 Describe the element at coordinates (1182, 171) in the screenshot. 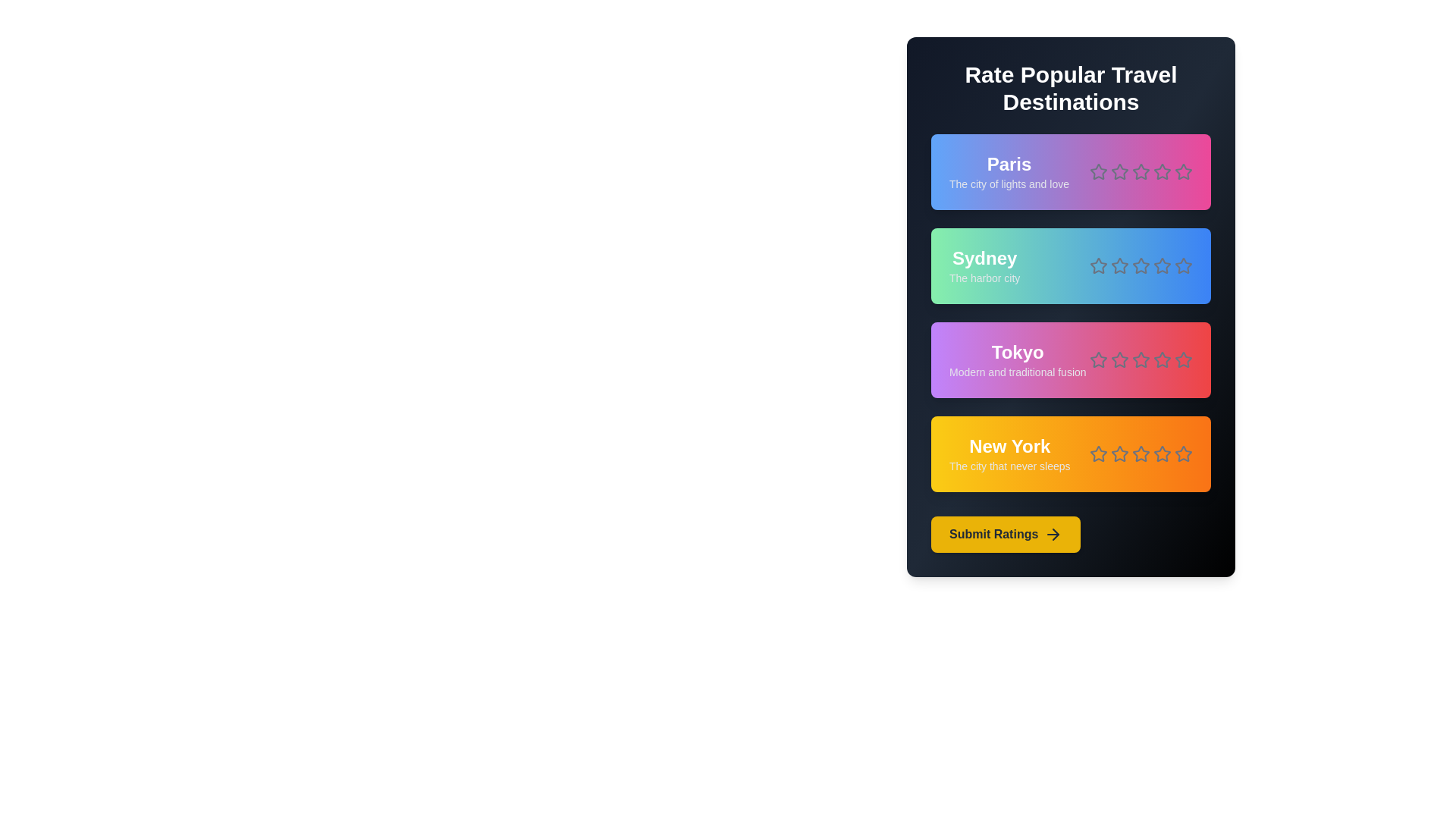

I see `the rating for a destination to 5 stars` at that location.